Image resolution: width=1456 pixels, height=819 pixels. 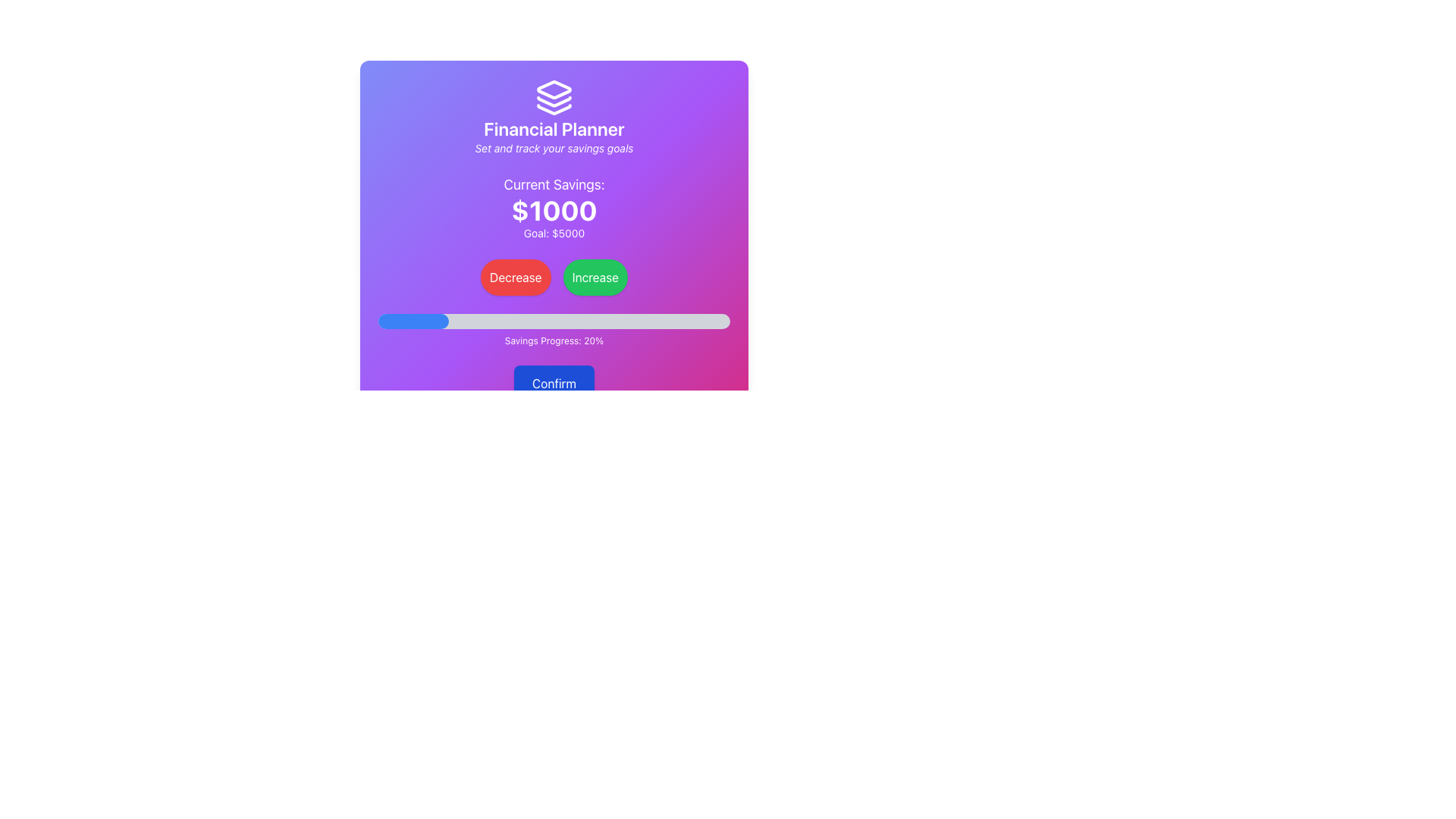 What do you see at coordinates (553, 210) in the screenshot?
I see `the text label displaying '$1000' in large, bold, white font, located within the 'Current Savings:' section` at bounding box center [553, 210].